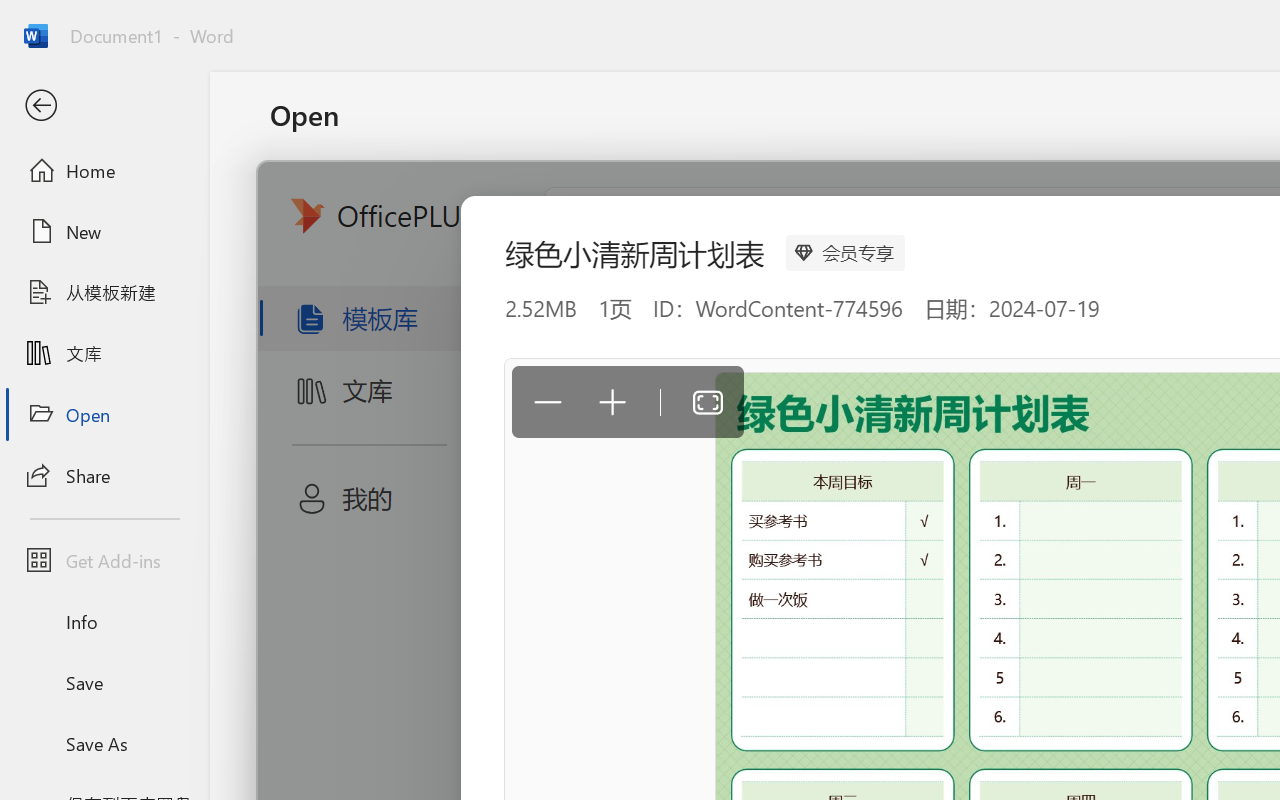 This screenshot has width=1280, height=800. Describe the element at coordinates (103, 560) in the screenshot. I see `'Get Add-ins'` at that location.